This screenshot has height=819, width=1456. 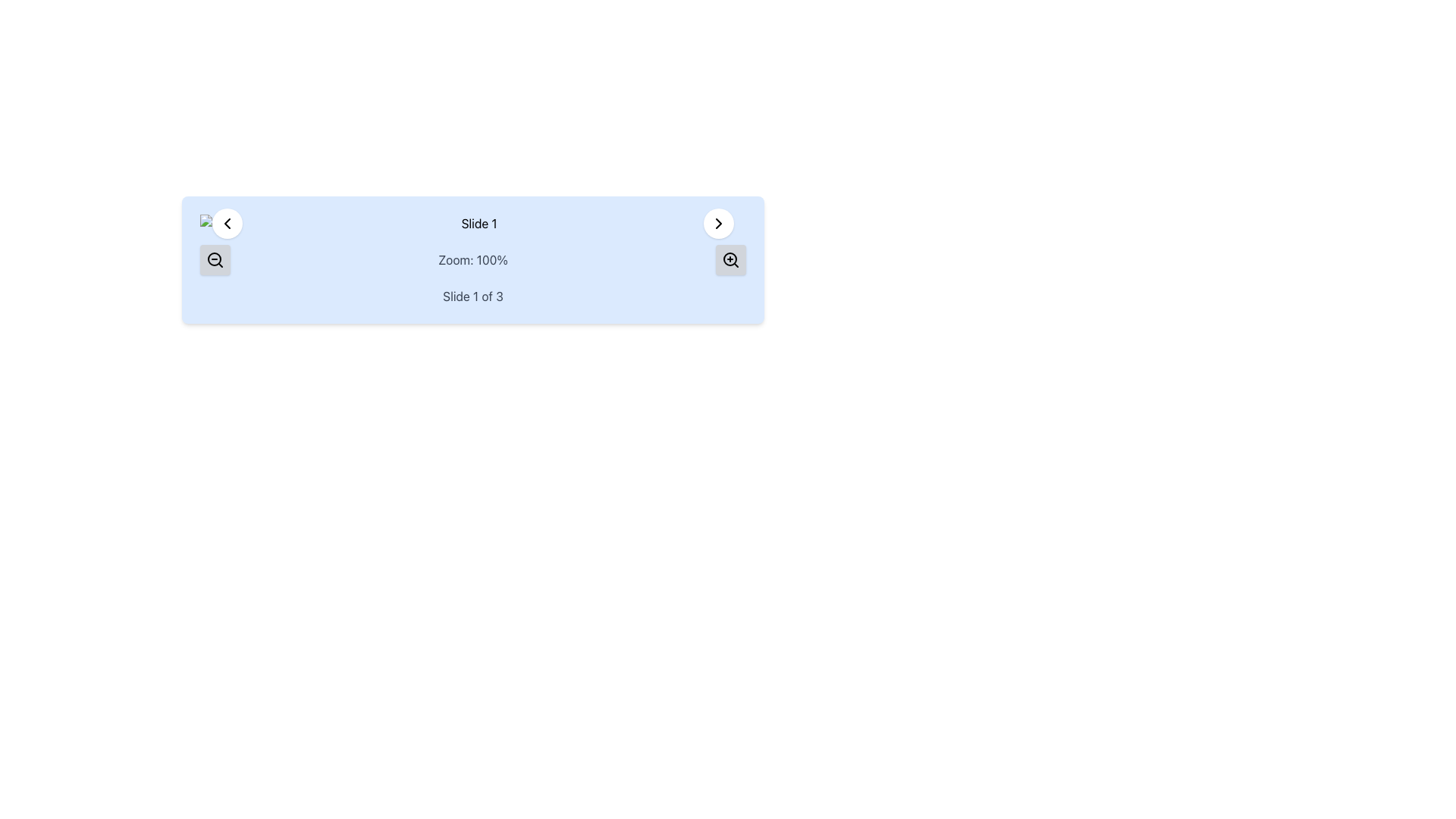 What do you see at coordinates (718, 223) in the screenshot?
I see `the small right-pointing chevron icon located inside the circular button on the far right side of the blue panel, adjacent to the zoom control` at bounding box center [718, 223].